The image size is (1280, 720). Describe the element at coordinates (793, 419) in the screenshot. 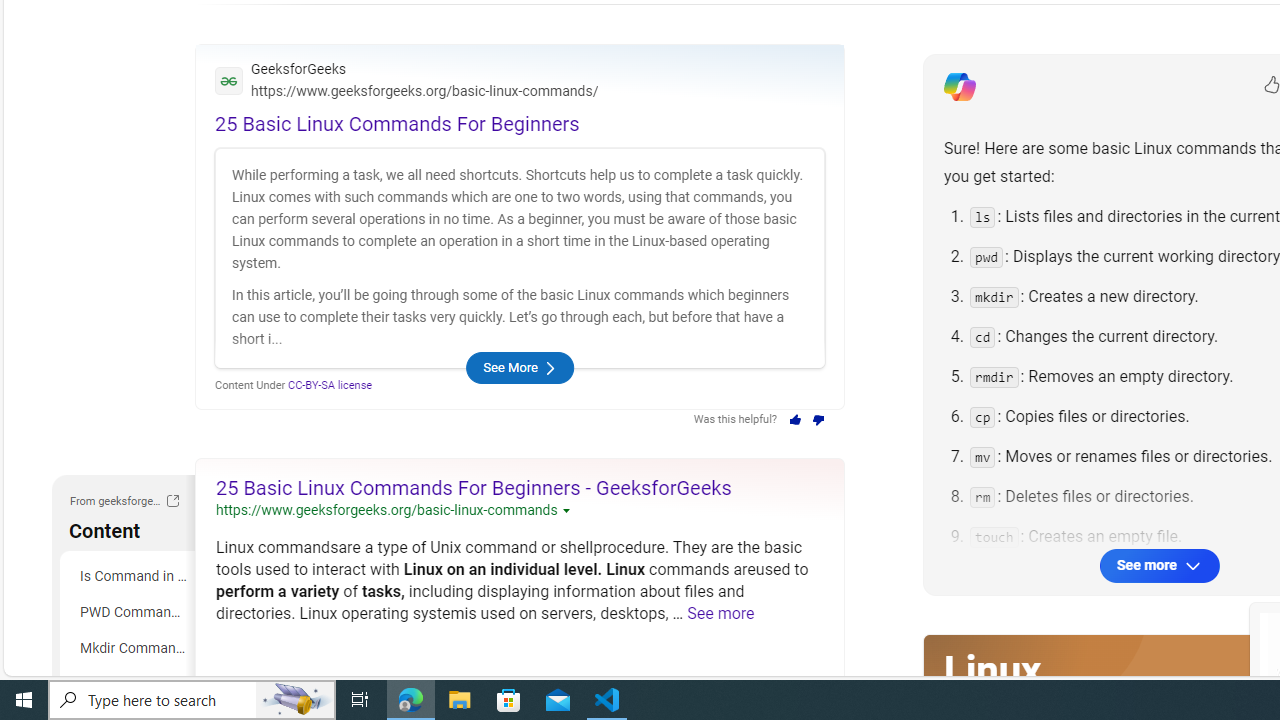

I see `'Thumbs up'` at that location.